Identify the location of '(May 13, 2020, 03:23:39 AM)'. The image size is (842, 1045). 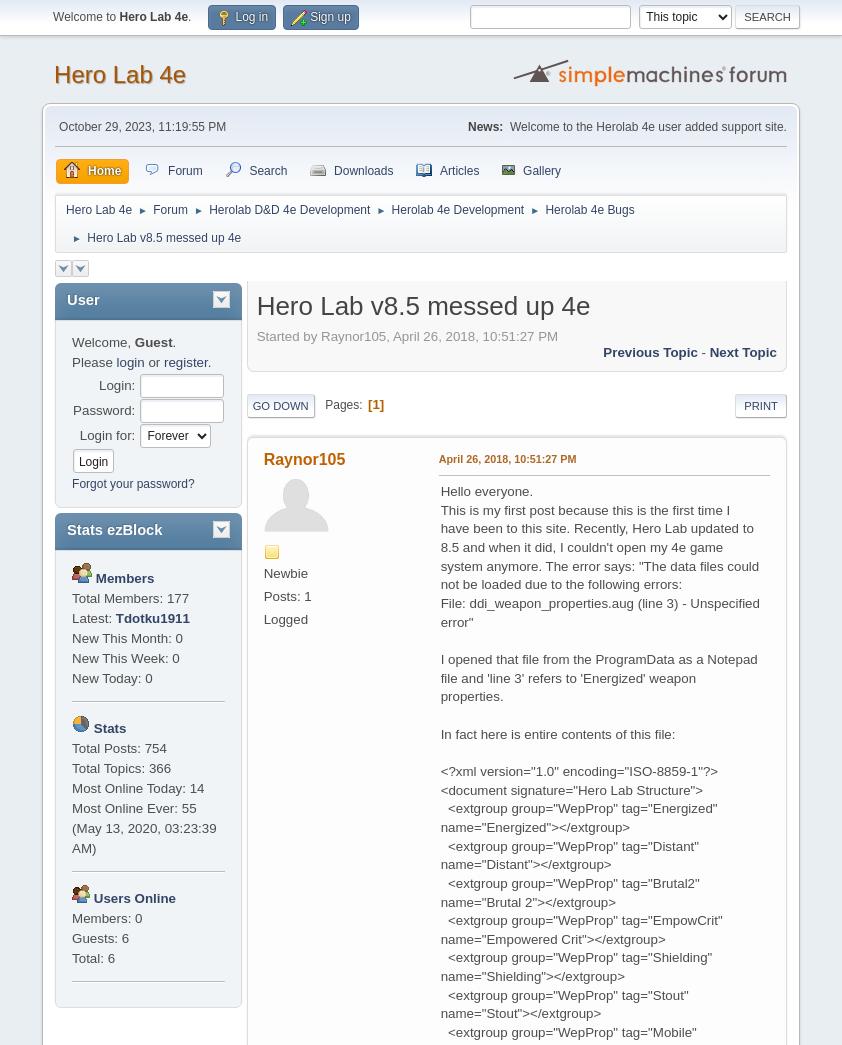
(142, 836).